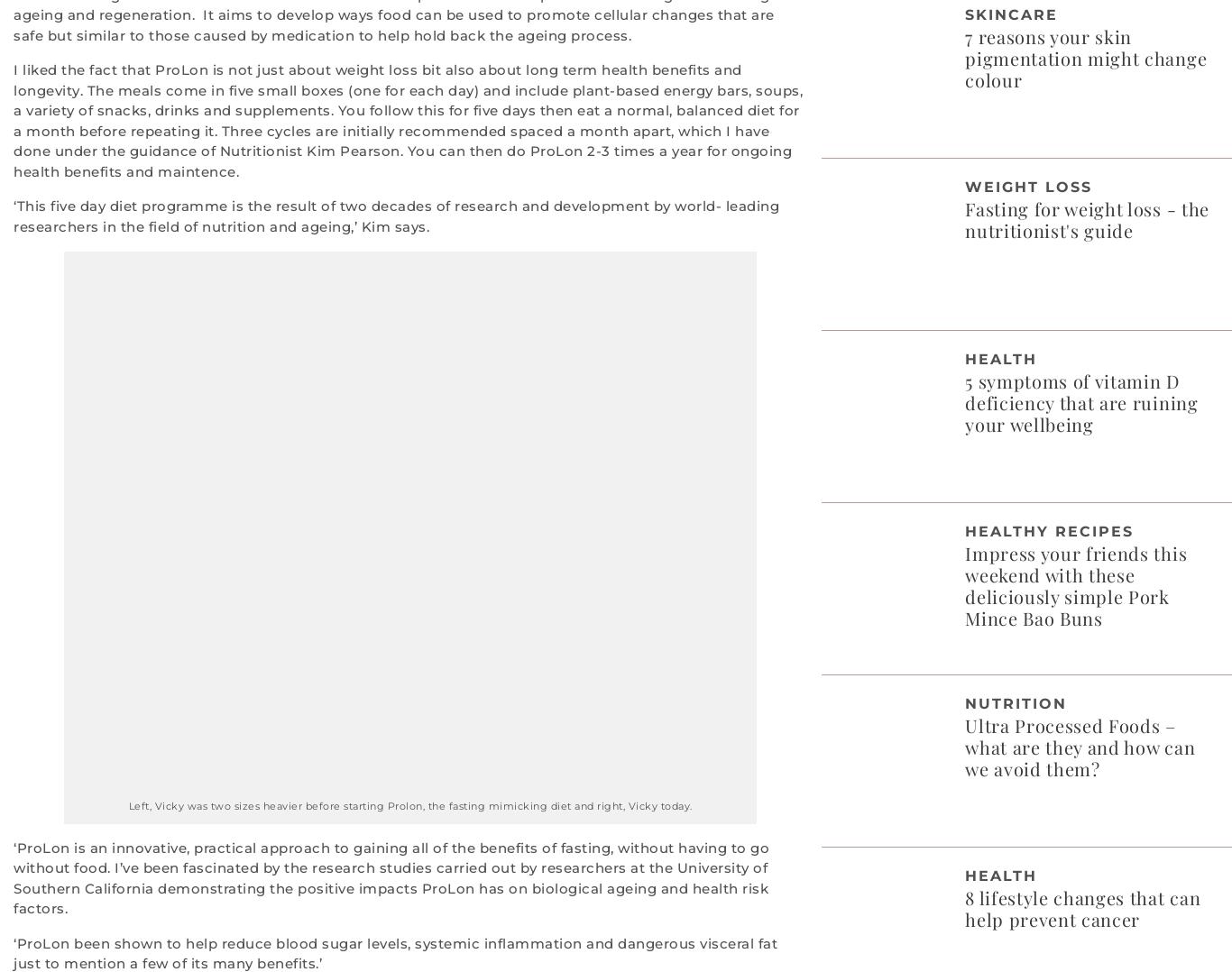 The image size is (1232, 972). I want to click on 'Ultra Processed Foods – what are they and how can we avoid them?', so click(1080, 746).